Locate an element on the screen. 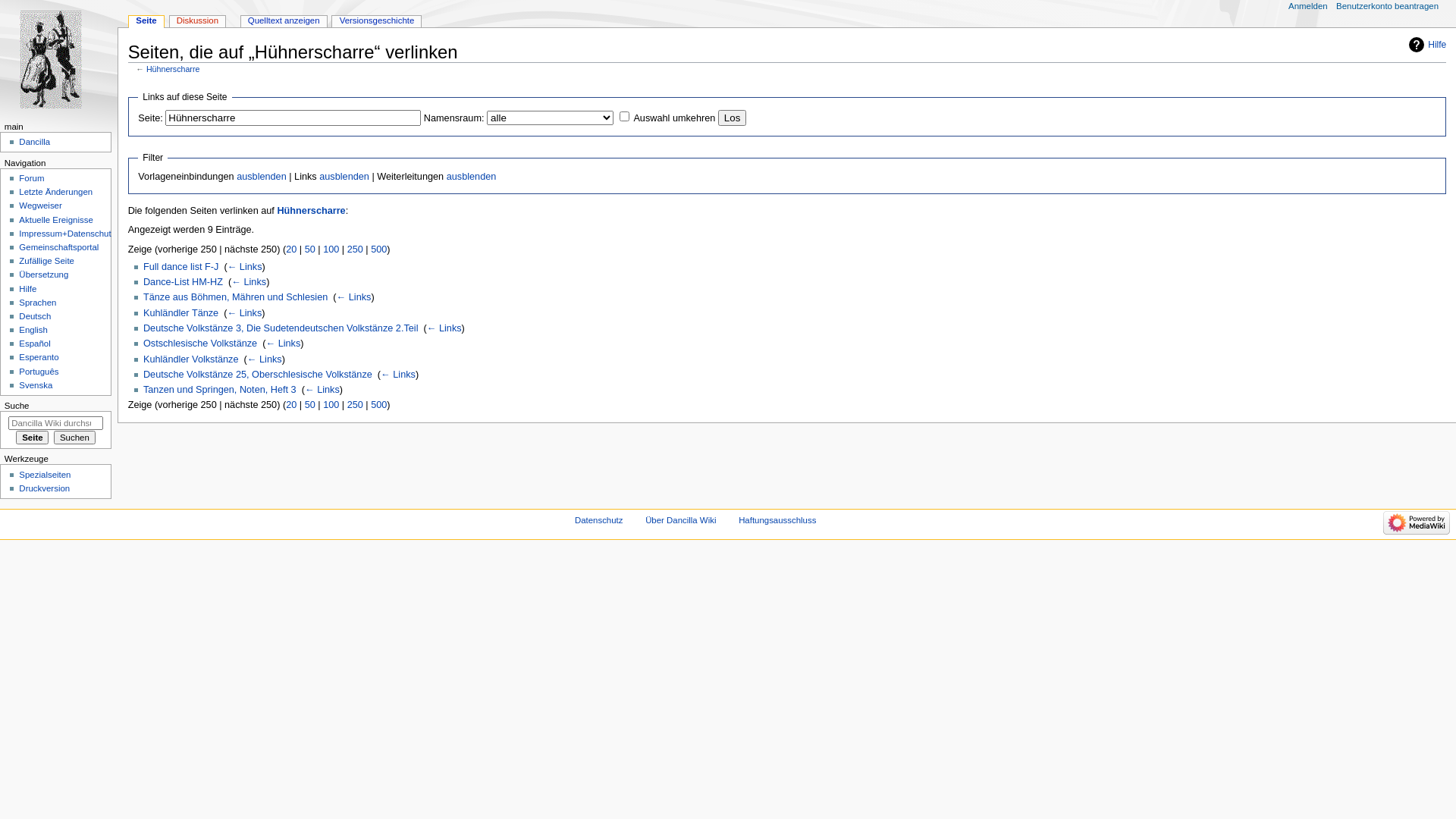 This screenshot has height=819, width=1456. '500' is located at coordinates (378, 248).